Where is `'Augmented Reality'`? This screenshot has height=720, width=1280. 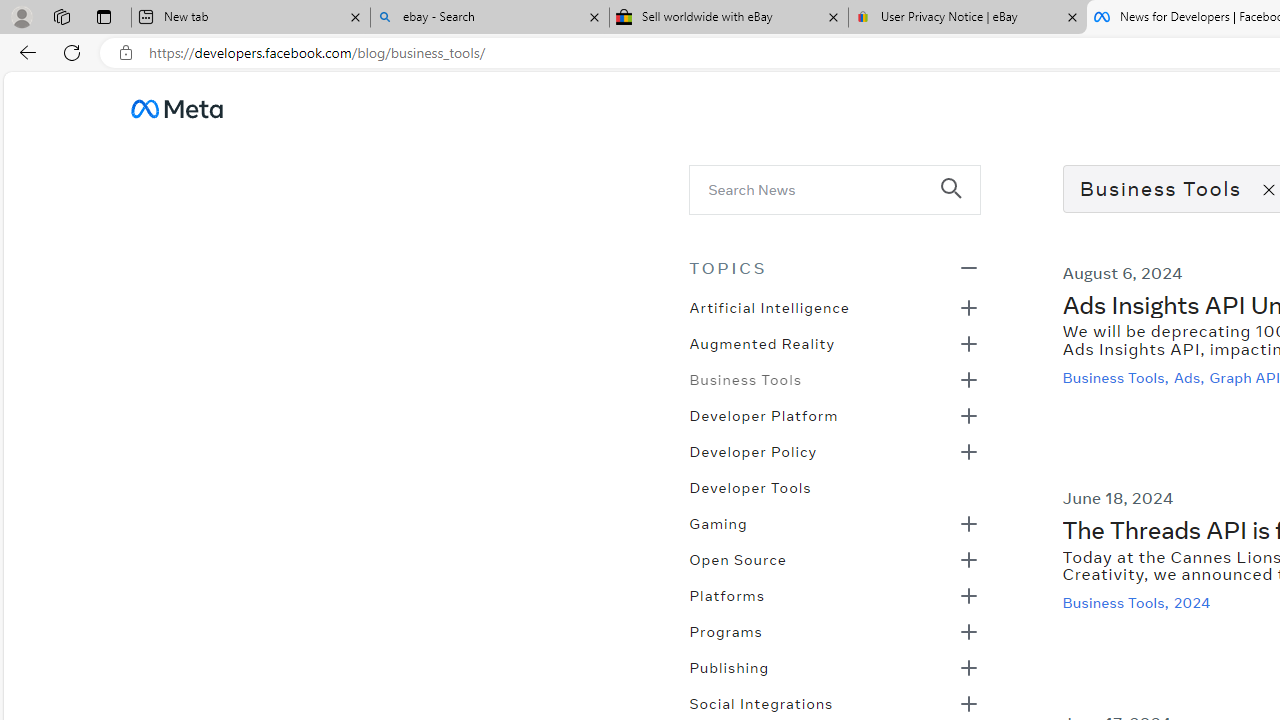 'Augmented Reality' is located at coordinates (761, 341).